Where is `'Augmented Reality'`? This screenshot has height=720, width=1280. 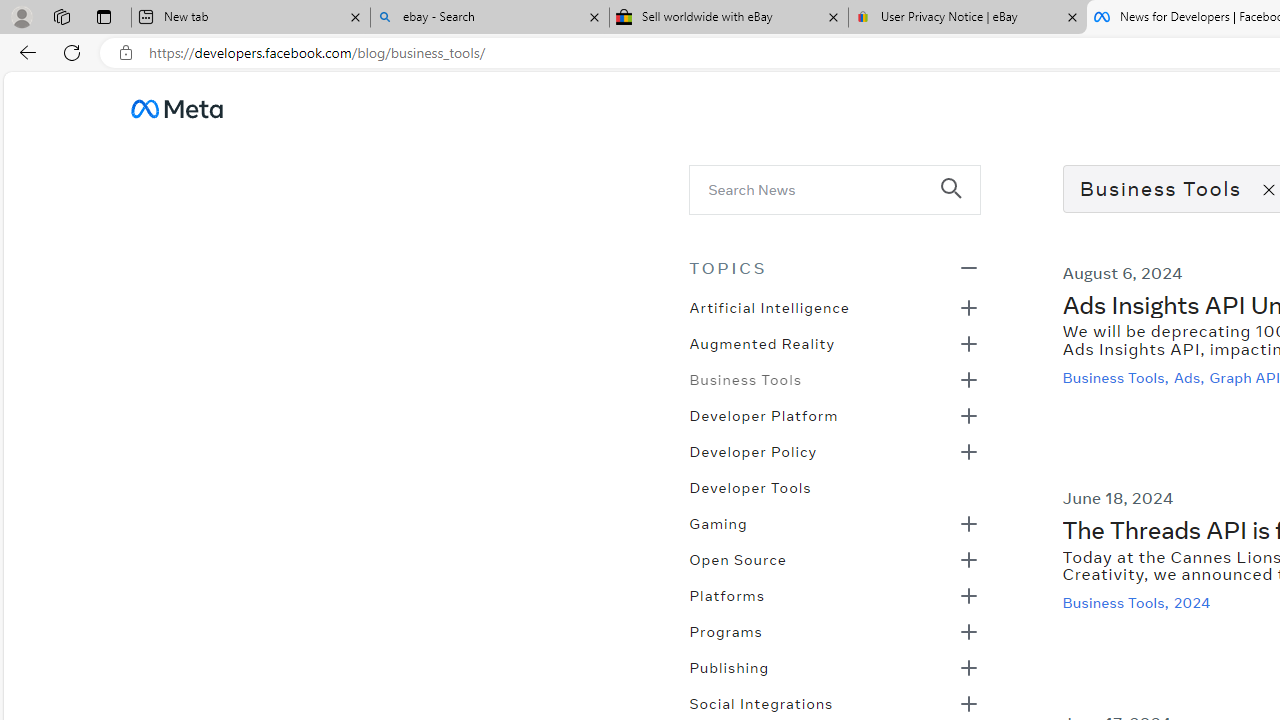 'Augmented Reality' is located at coordinates (761, 341).